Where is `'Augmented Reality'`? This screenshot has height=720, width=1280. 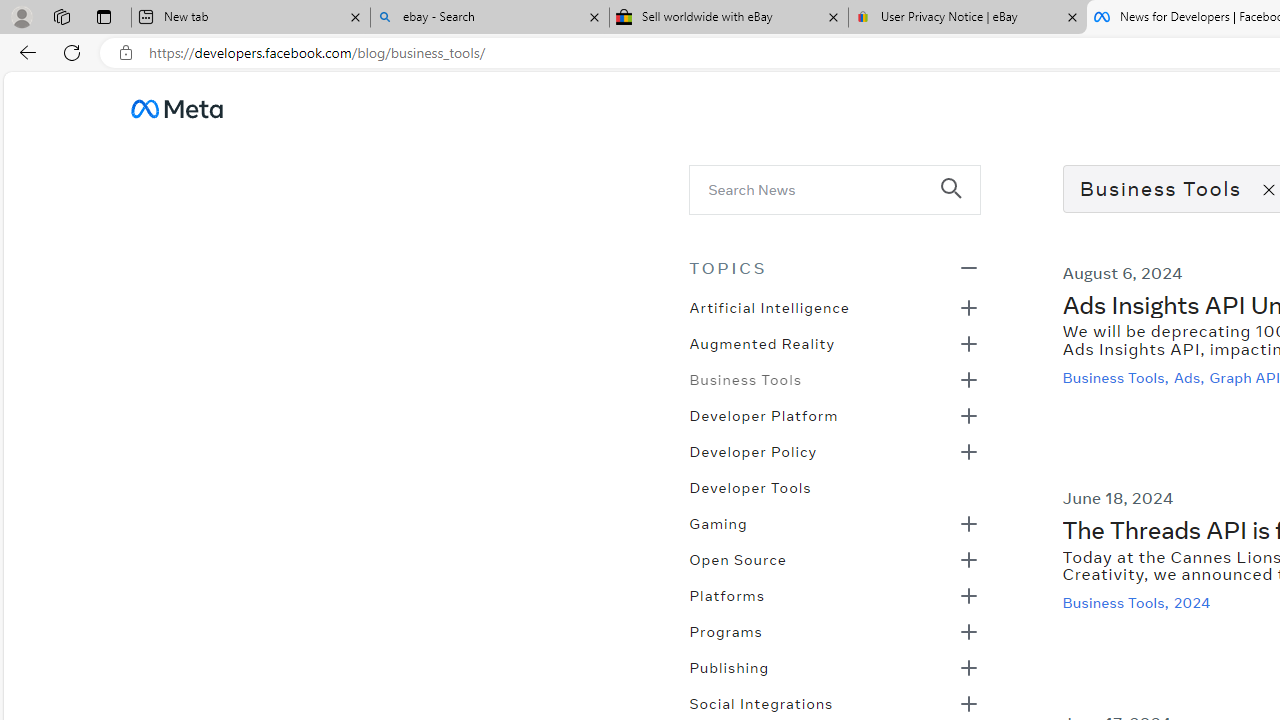 'Augmented Reality' is located at coordinates (761, 341).